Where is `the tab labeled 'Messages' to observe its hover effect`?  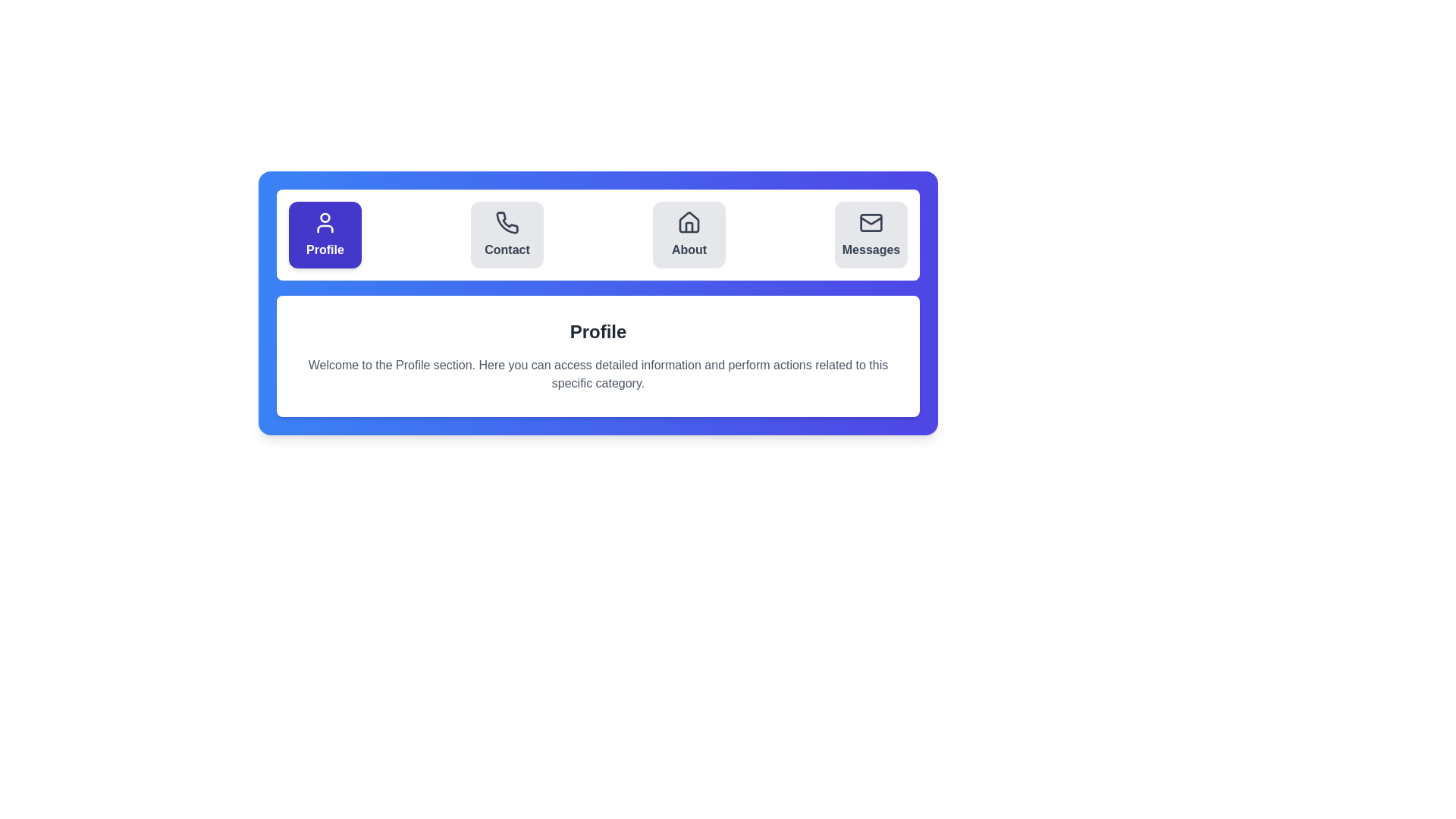 the tab labeled 'Messages' to observe its hover effect is located at coordinates (871, 234).